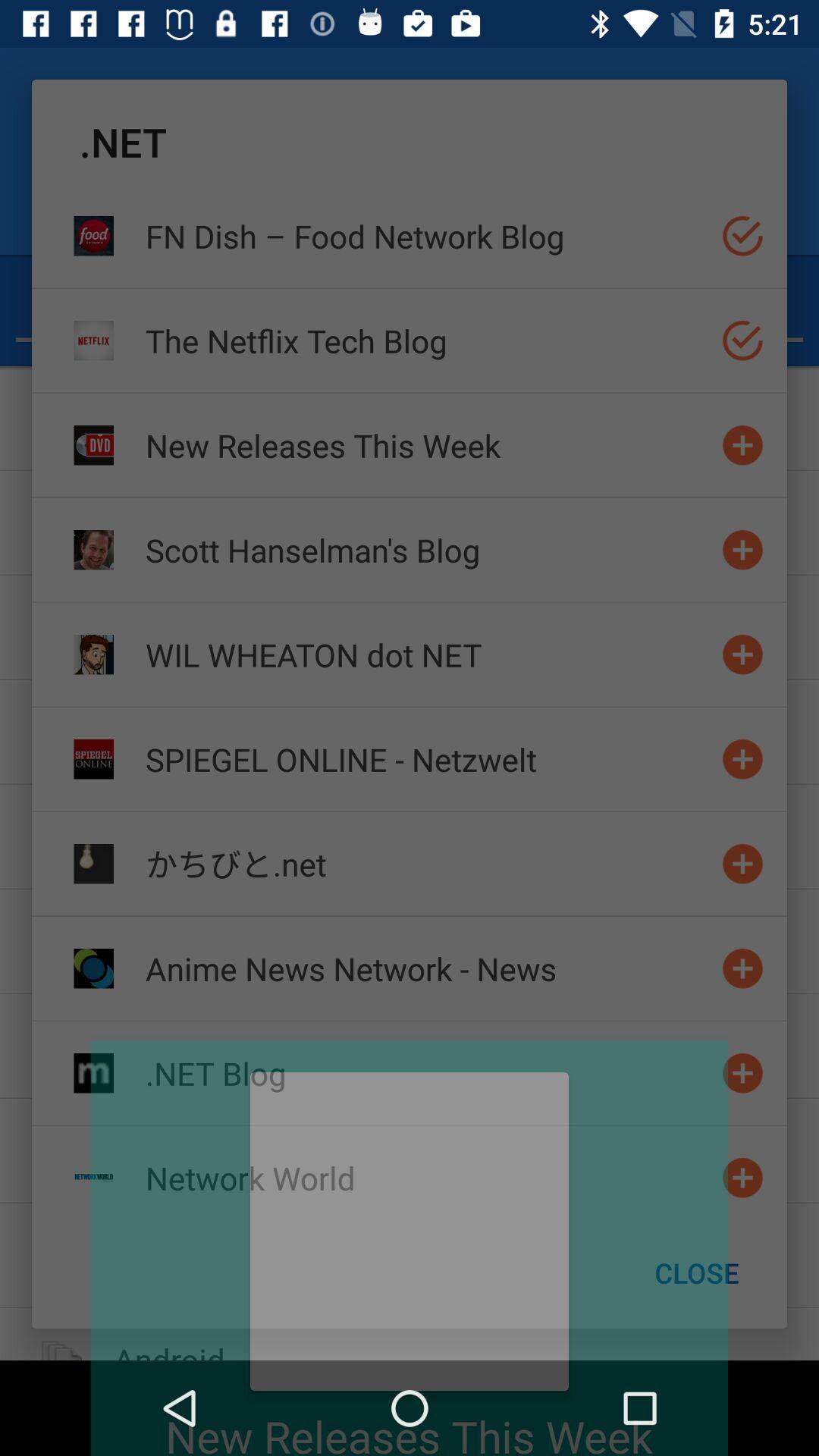 Image resolution: width=819 pixels, height=1456 pixels. What do you see at coordinates (742, 235) in the screenshot?
I see `the option` at bounding box center [742, 235].